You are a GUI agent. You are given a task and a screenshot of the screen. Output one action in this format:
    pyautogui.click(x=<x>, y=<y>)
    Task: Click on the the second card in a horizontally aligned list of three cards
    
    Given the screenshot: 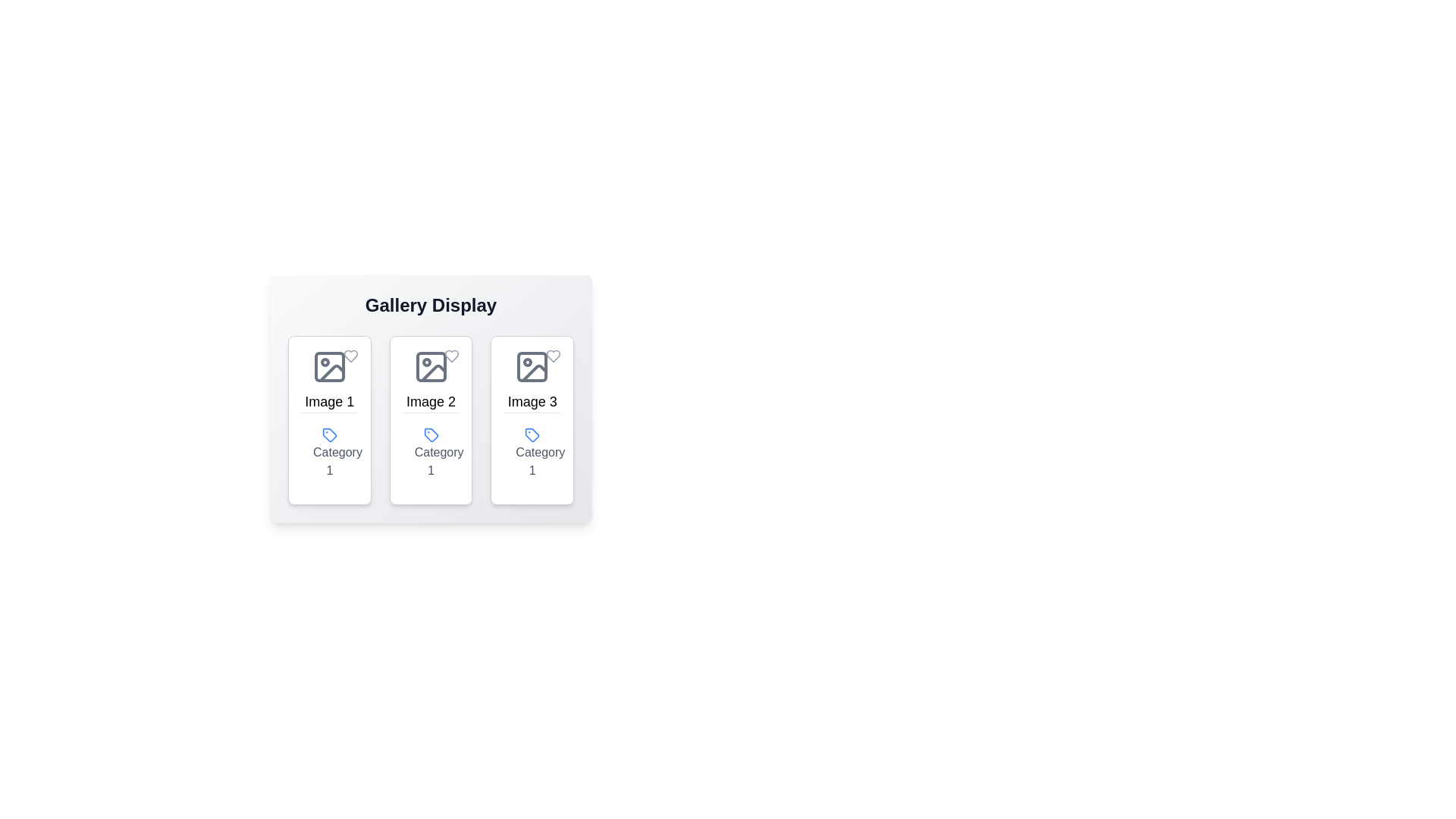 What is the action you would take?
    pyautogui.click(x=430, y=420)
    